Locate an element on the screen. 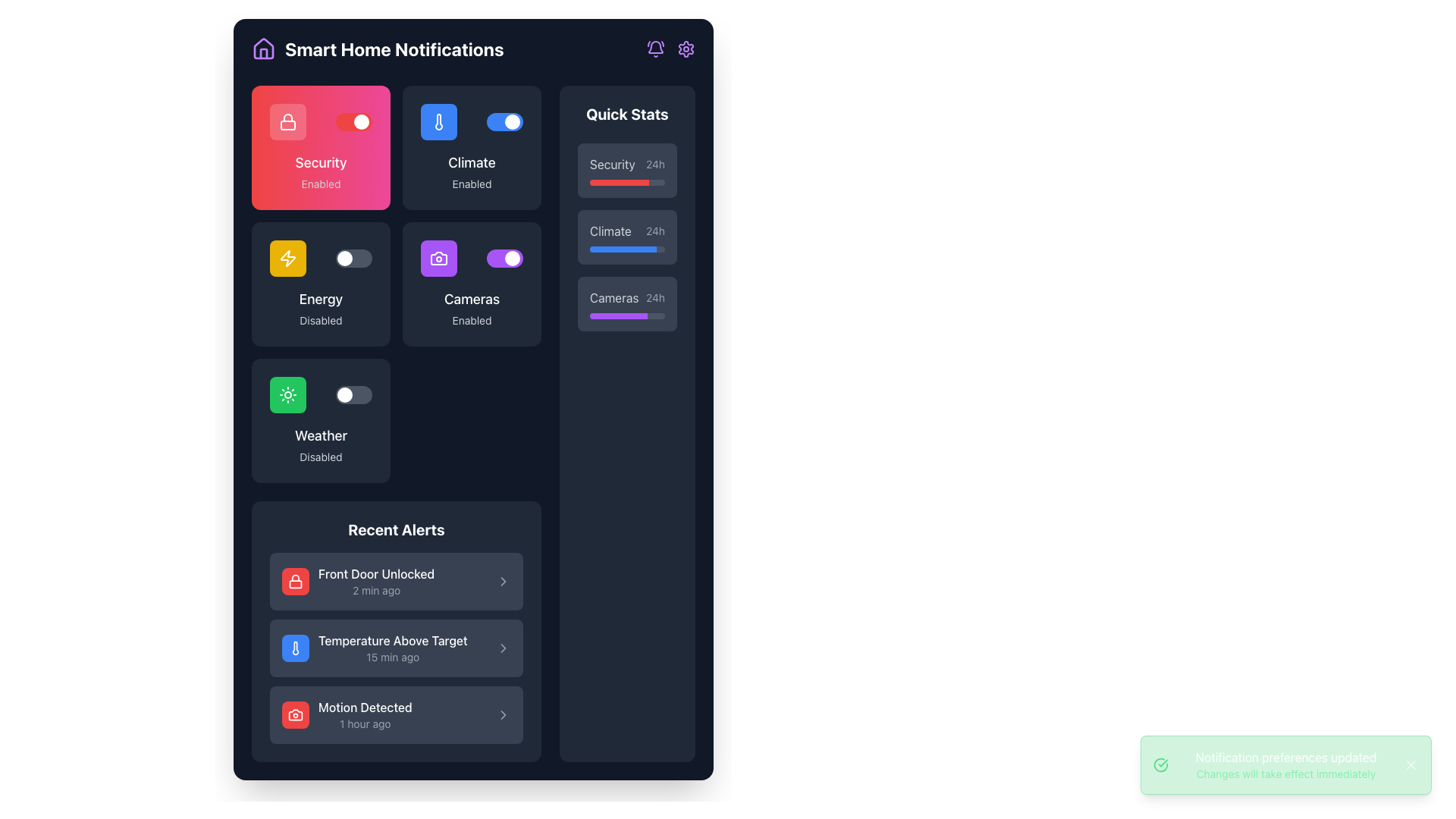 This screenshot has width=1456, height=819. the text display element that indicates the title of the current smart home notifications interface, located in the top-left corner of the header bar is located at coordinates (472, 49).